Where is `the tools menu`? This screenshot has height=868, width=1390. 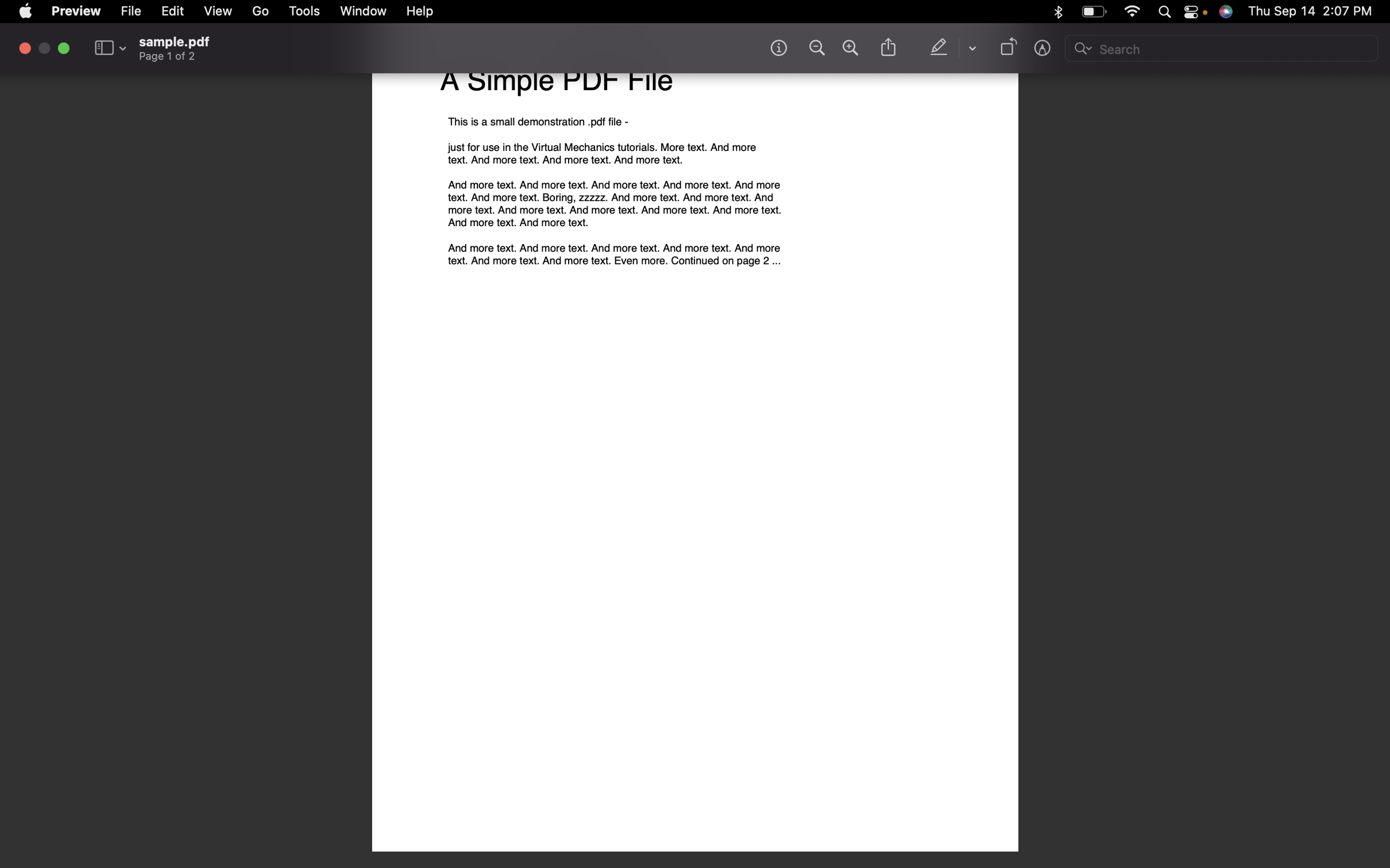 the tools menu is located at coordinates (306, 12).